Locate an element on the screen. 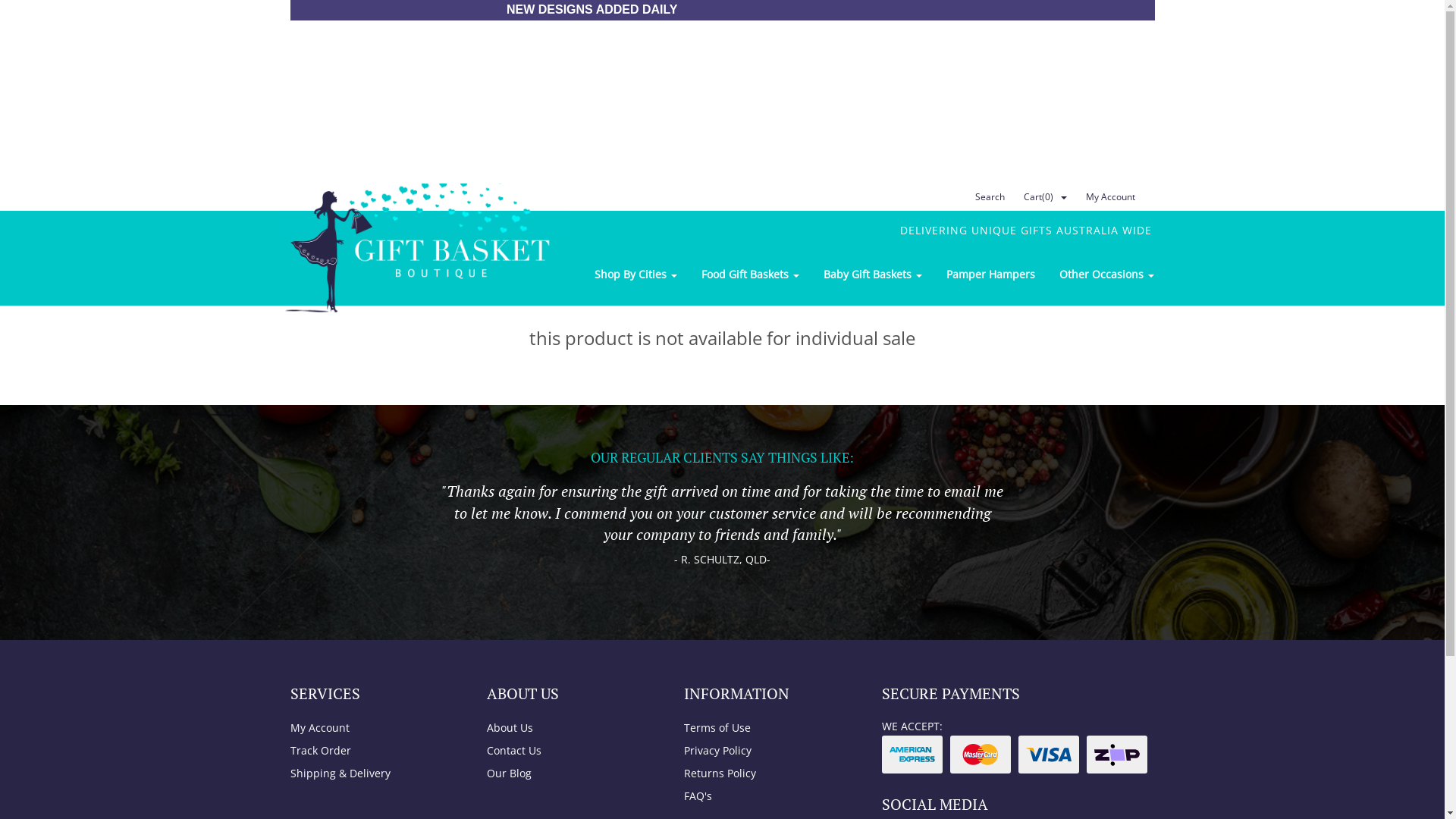  'Terms of Use' is located at coordinates (672, 727).